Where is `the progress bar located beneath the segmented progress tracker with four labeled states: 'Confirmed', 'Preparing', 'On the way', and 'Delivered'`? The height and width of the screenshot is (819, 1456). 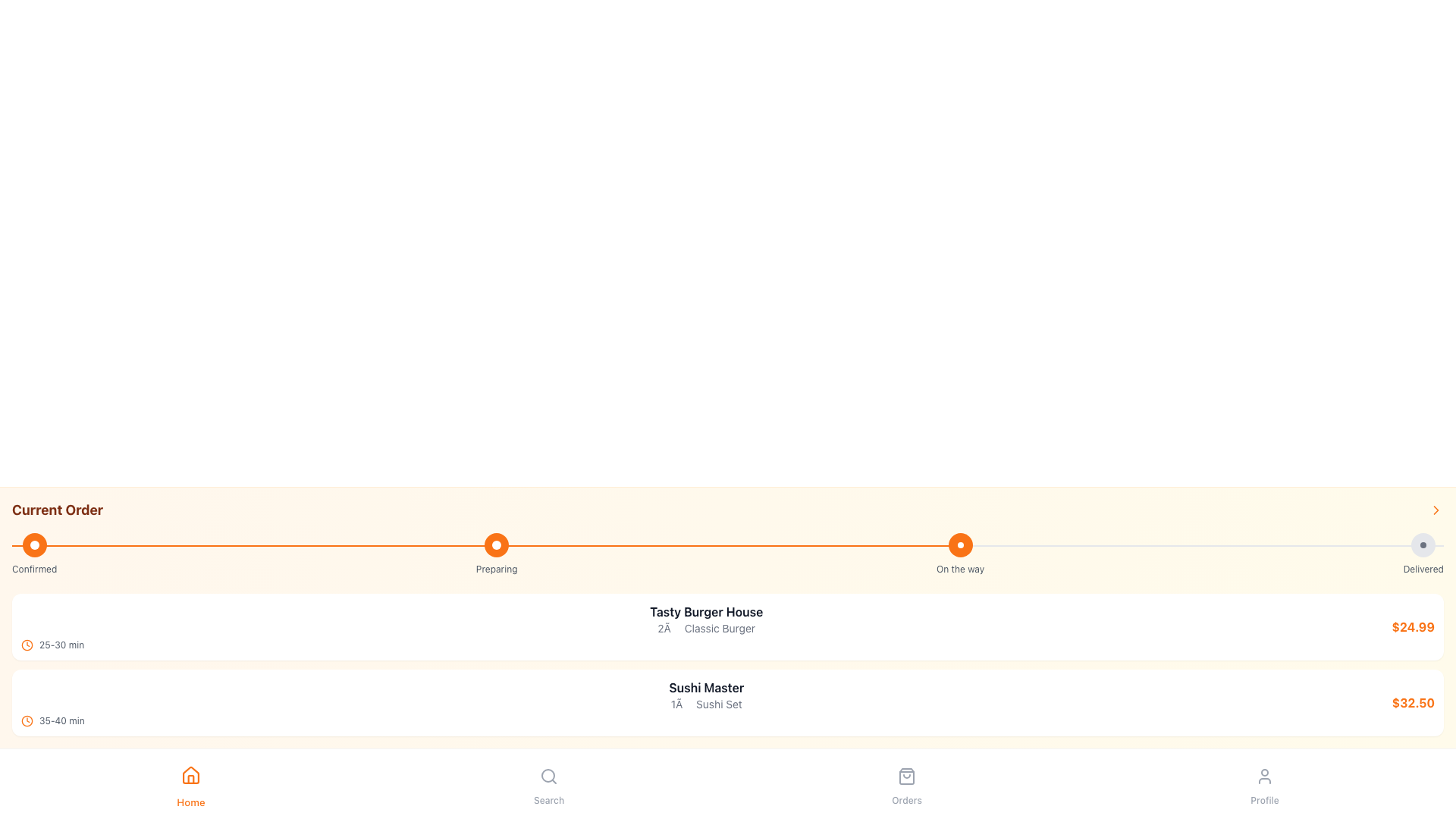 the progress bar located beneath the segmented progress tracker with four labeled states: 'Confirmed', 'Preparing', 'On the way', and 'Delivered' is located at coordinates (728, 546).